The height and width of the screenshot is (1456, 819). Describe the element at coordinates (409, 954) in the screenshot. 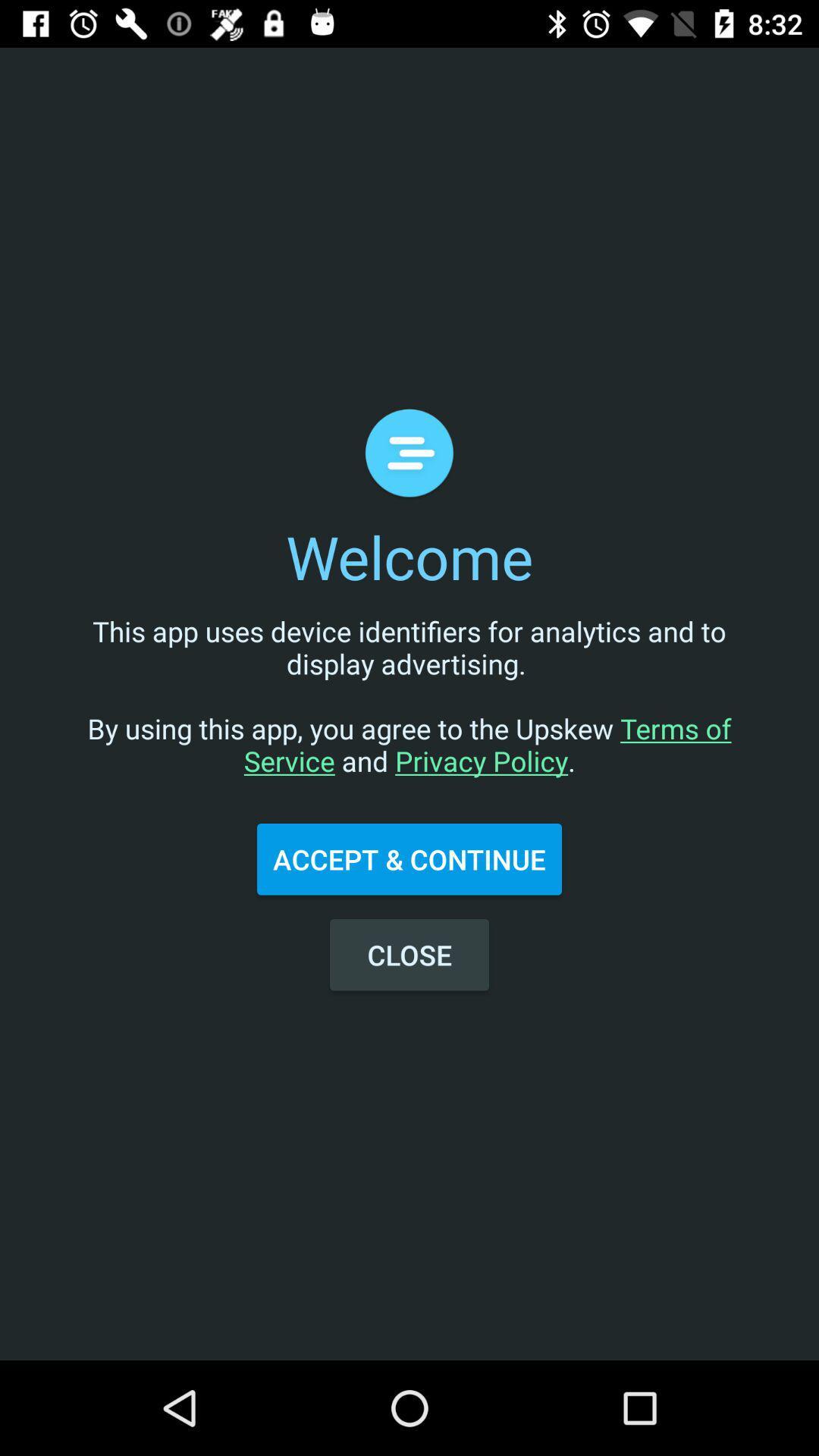

I see `icon below the accept & continue icon` at that location.